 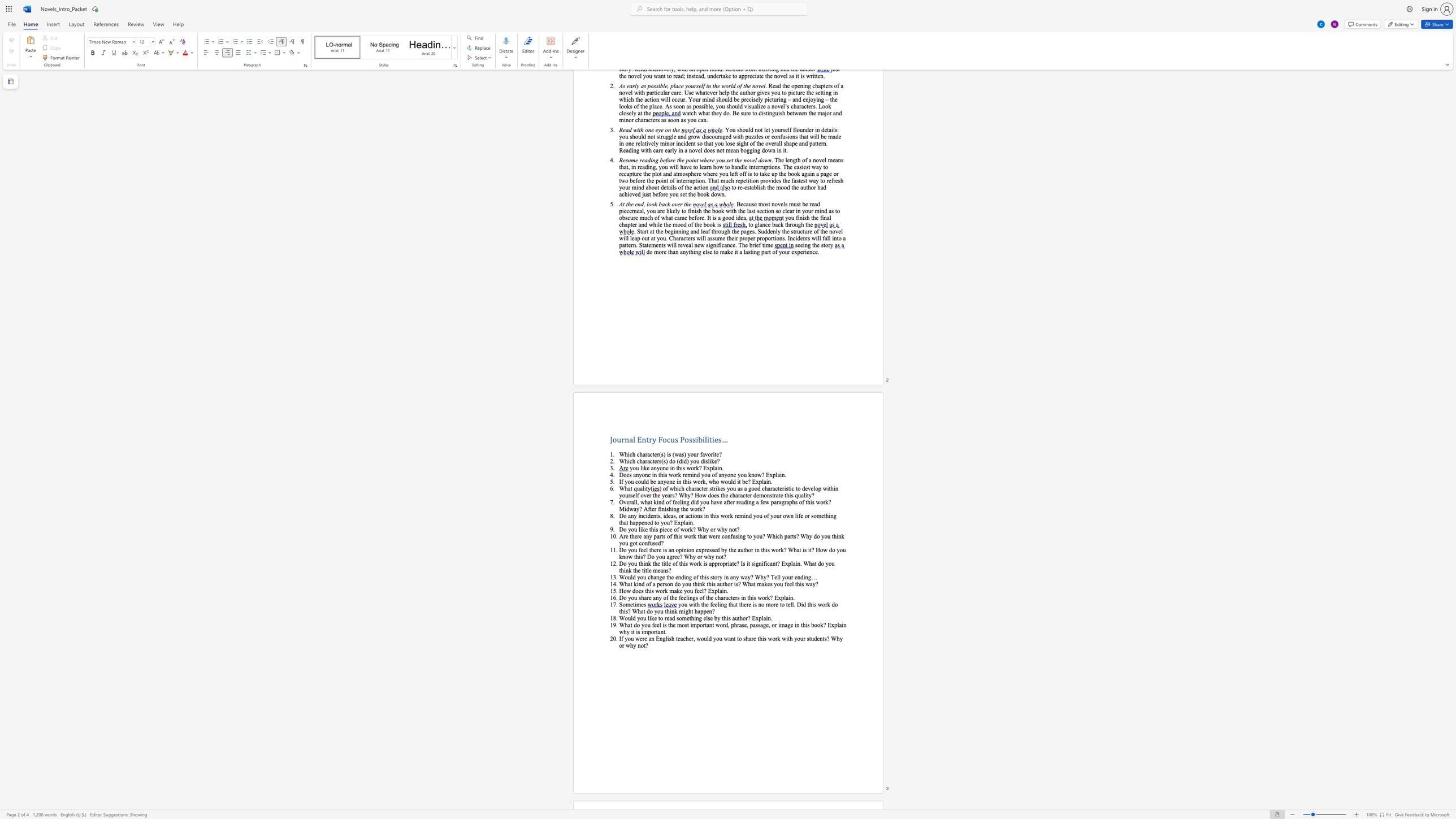 I want to click on the subset text "in" within the text "Does anyone in this work remind you of anyone you know? Explain.", so click(x=779, y=474).